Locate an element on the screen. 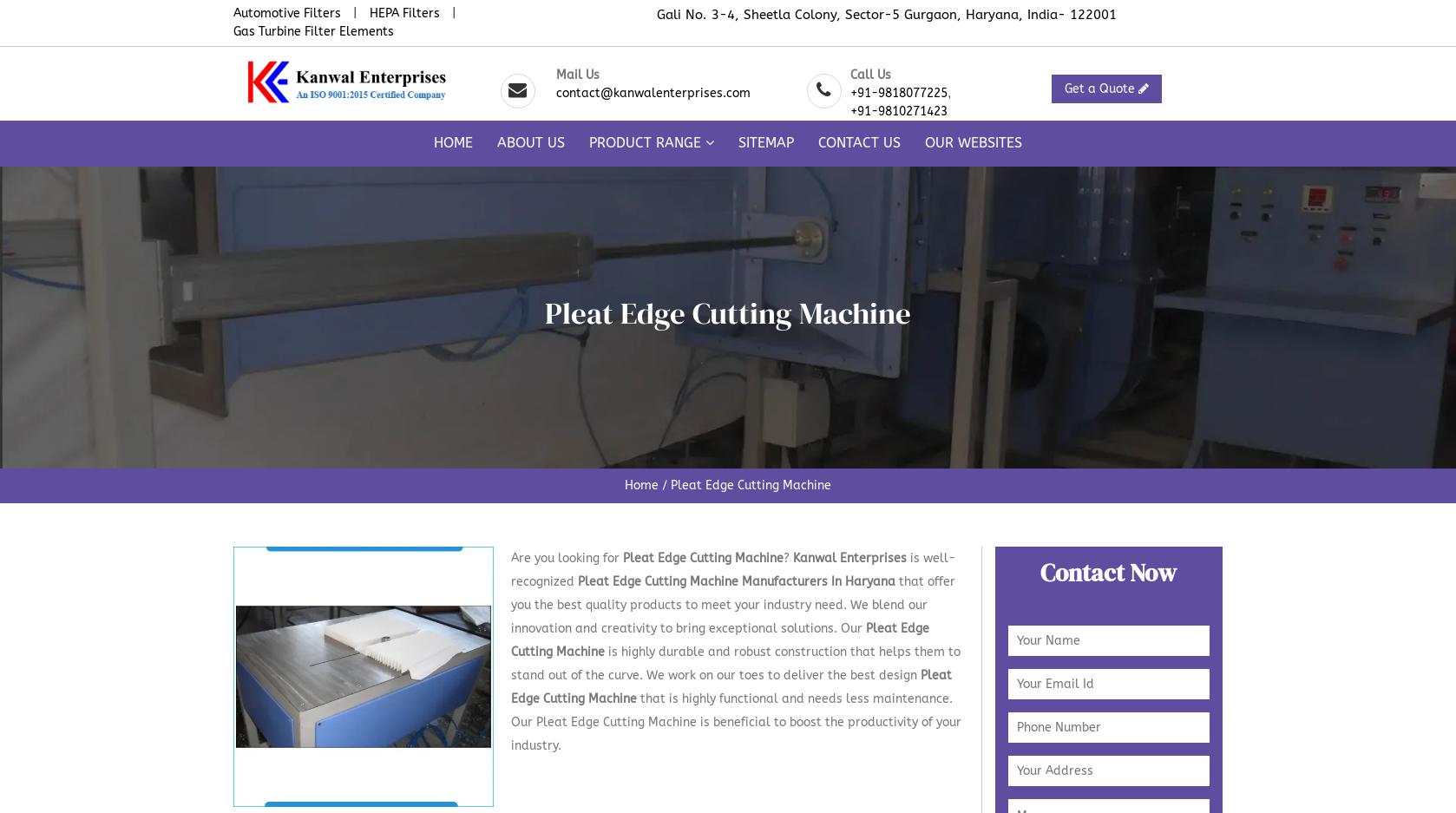 The width and height of the screenshot is (1456, 813). 'De-Coiler' is located at coordinates (895, 709).